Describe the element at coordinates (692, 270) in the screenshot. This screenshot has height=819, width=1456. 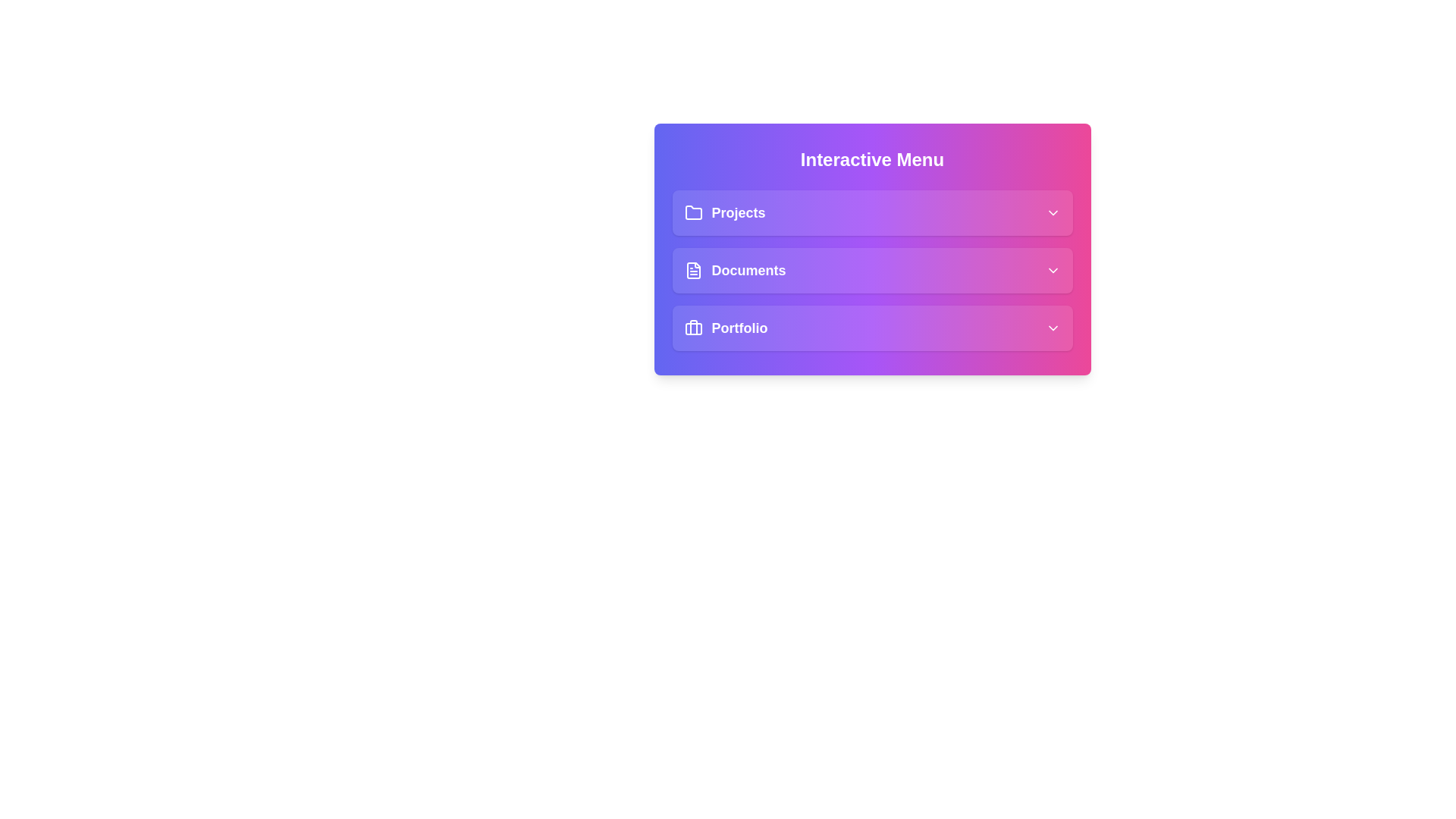
I see `the document icon representing the 'Documents' menu item in the interface` at that location.